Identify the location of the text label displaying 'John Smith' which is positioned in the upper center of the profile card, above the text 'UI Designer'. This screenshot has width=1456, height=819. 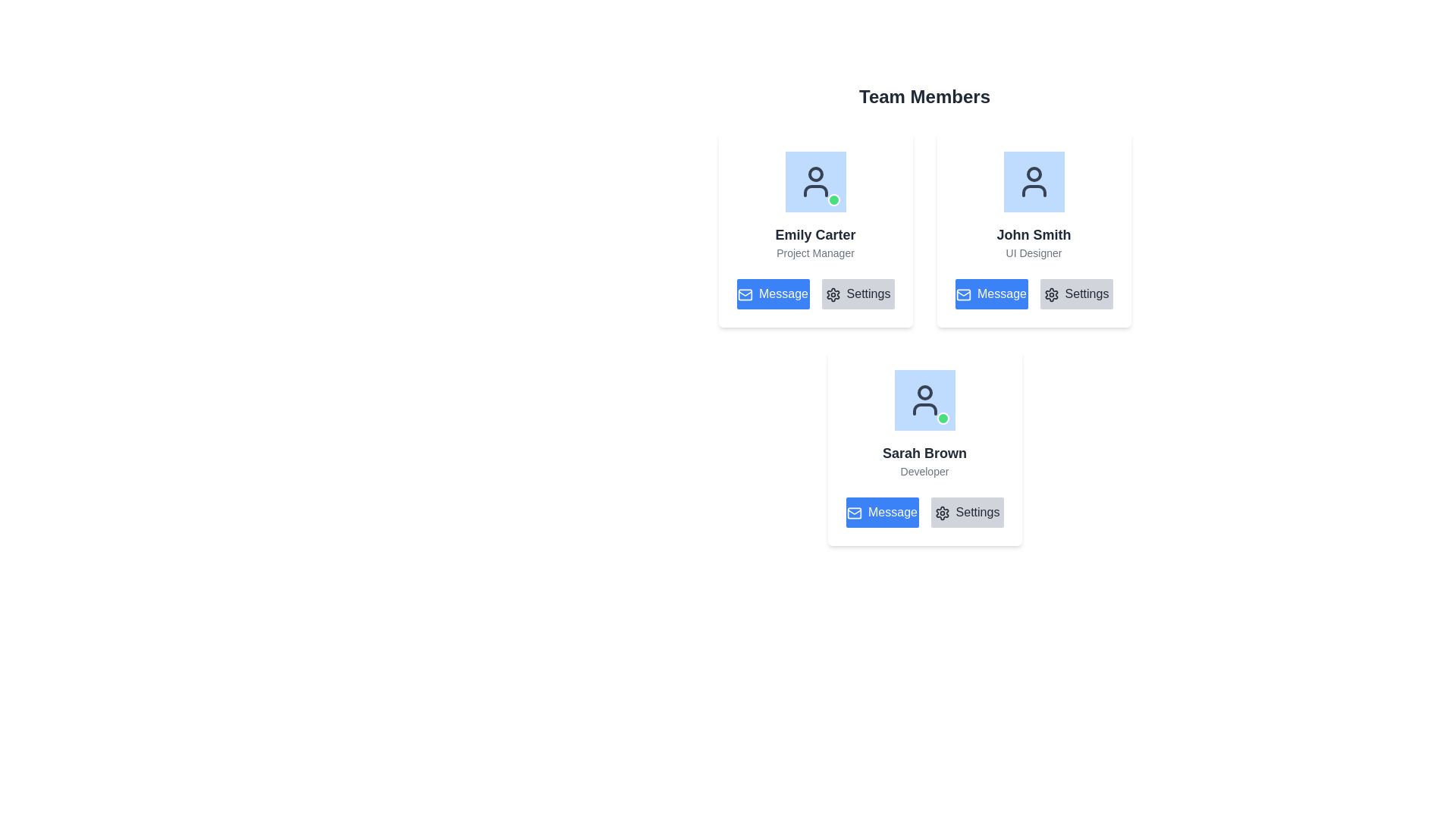
(1033, 234).